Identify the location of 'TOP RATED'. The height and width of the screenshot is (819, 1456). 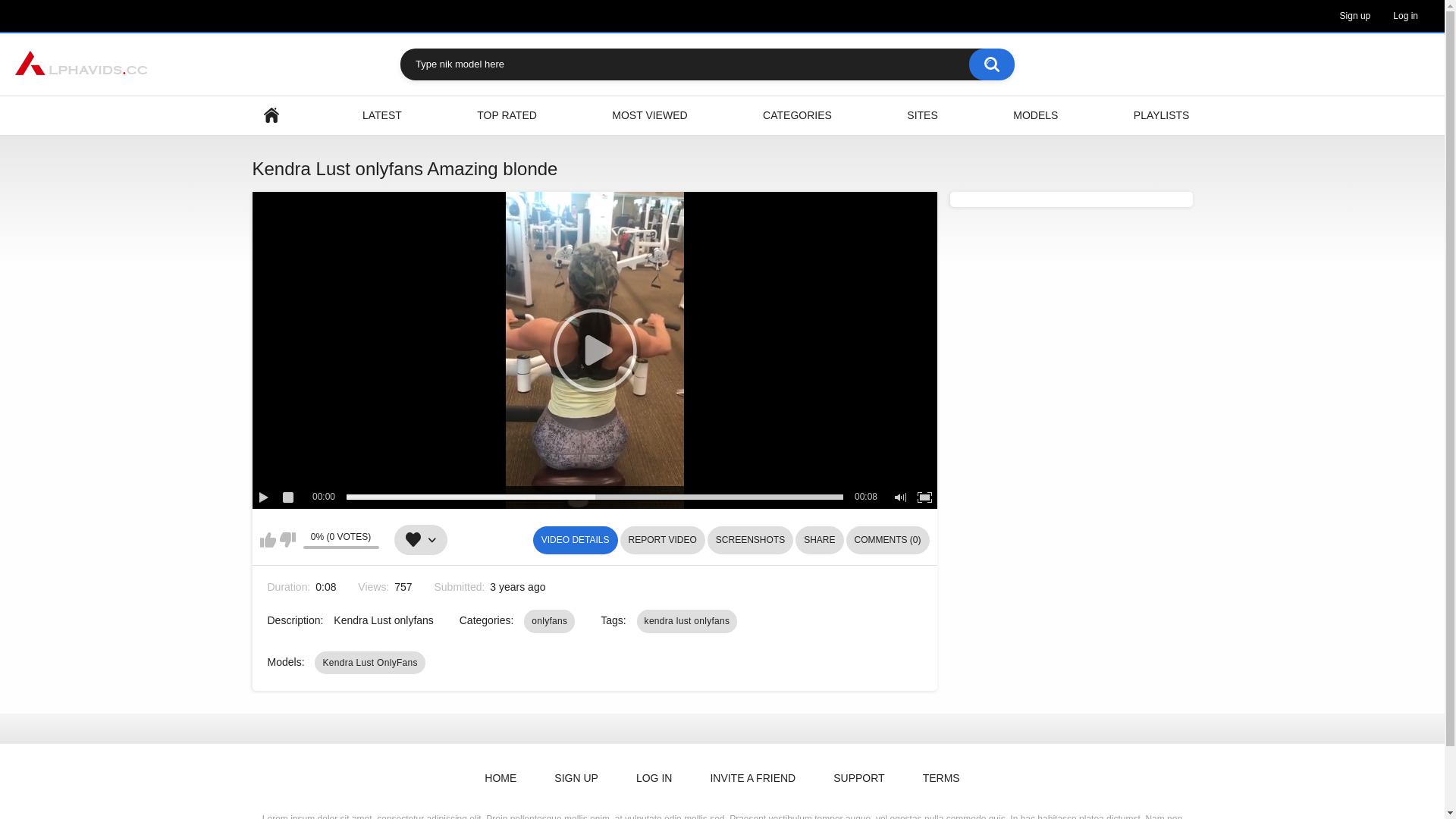
(507, 115).